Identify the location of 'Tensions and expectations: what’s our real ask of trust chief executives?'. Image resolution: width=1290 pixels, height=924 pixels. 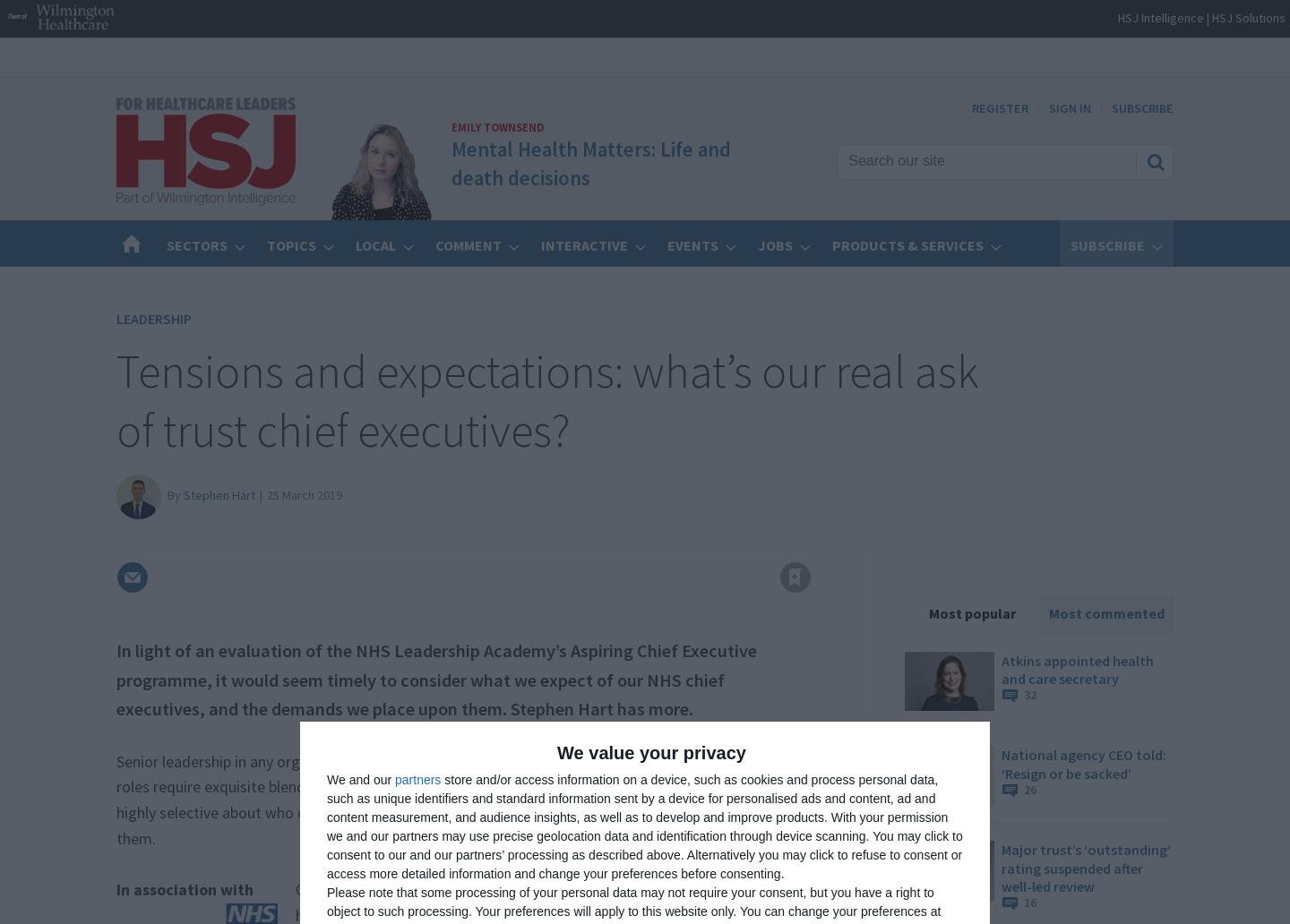
(546, 398).